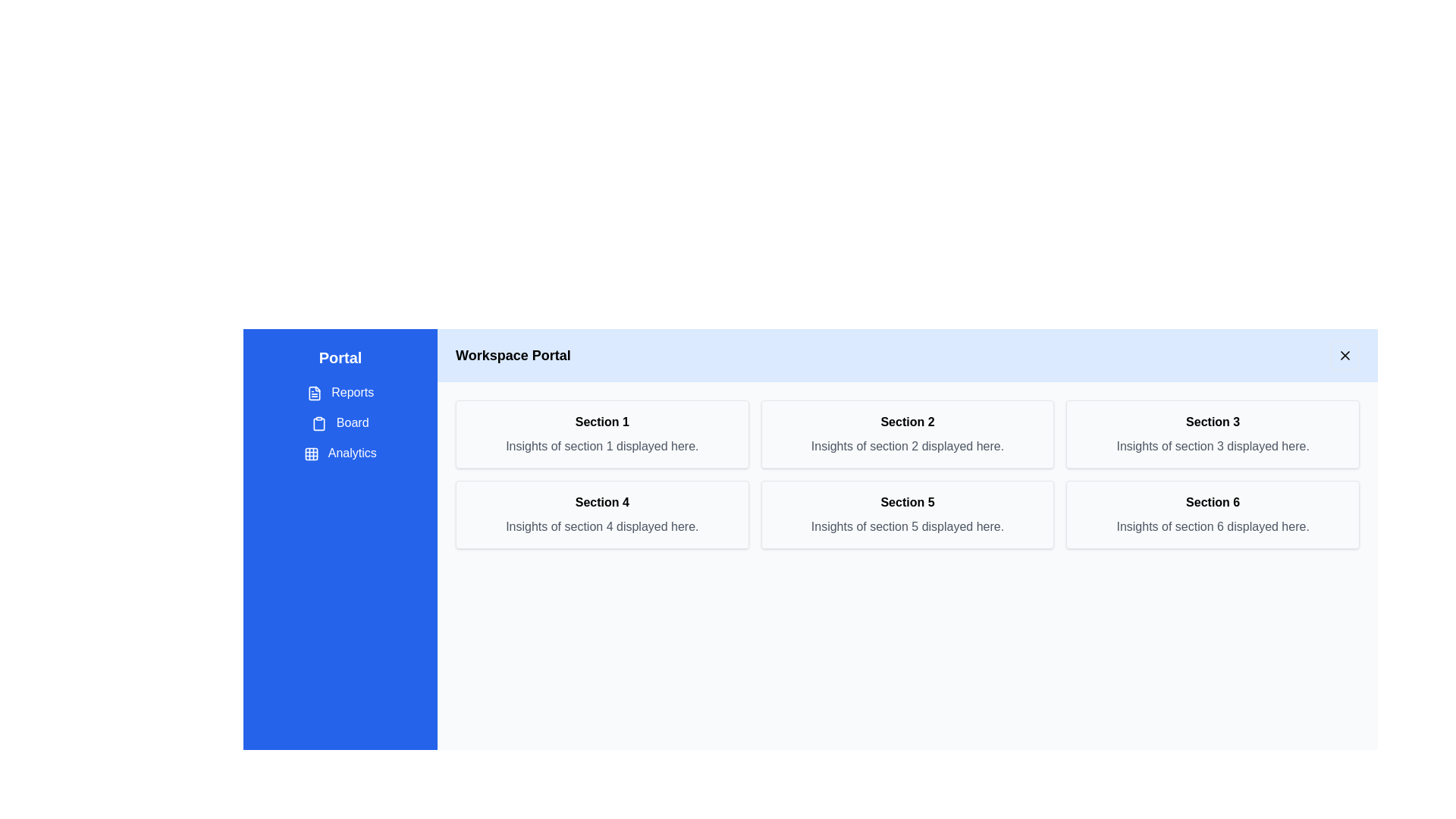  I want to click on the Text Label that provides details about the content or purpose of the 'Section 6' card, located in the last column of a two-row grid layout, directly below the text 'Section 6', so click(1212, 526).